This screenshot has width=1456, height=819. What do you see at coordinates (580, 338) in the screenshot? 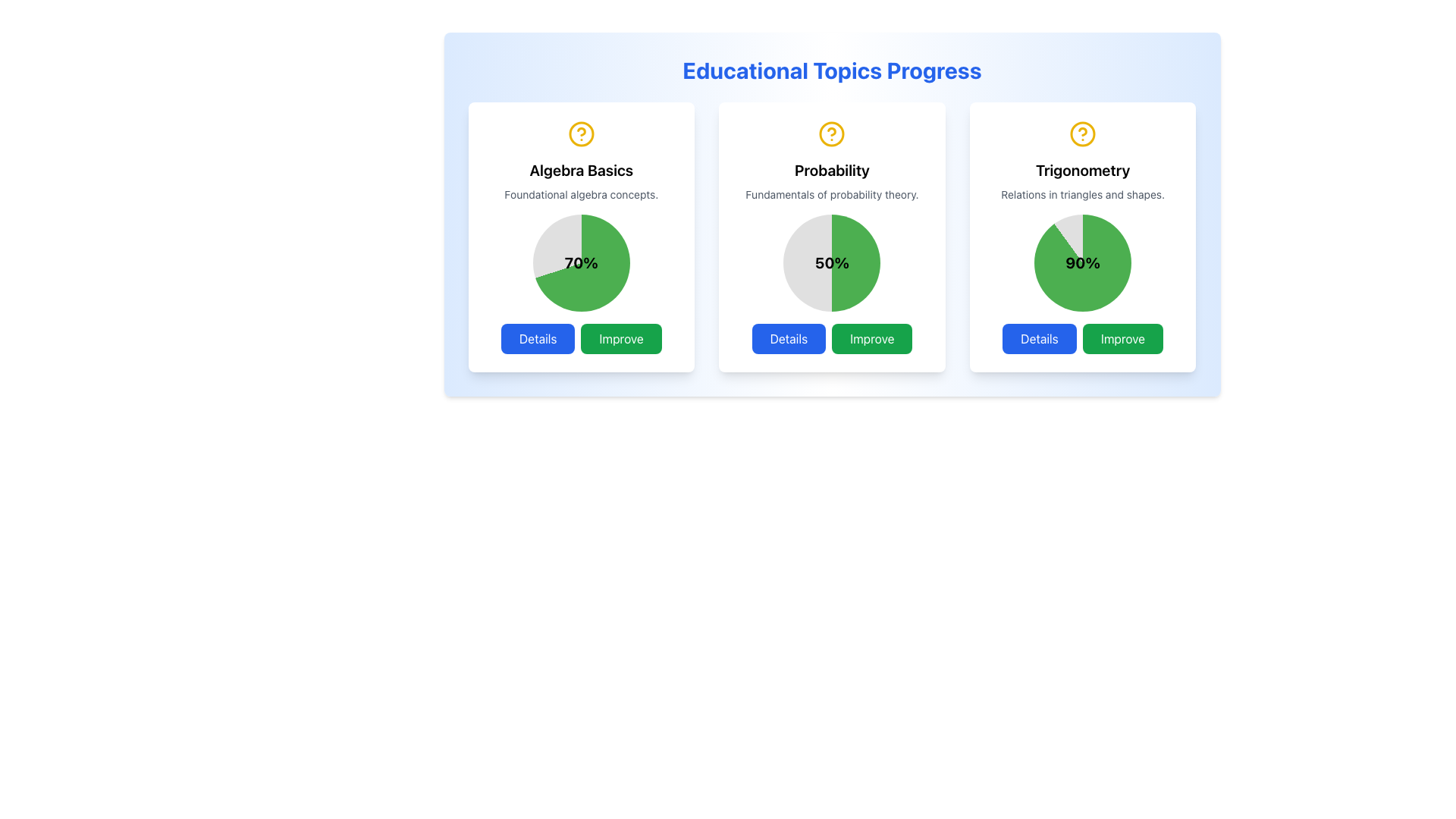
I see `the 'Details' and 'Improve' buttons in the button group located at the bottom section of the 'Algebra Basics' card for tooltip or feedback` at bounding box center [580, 338].